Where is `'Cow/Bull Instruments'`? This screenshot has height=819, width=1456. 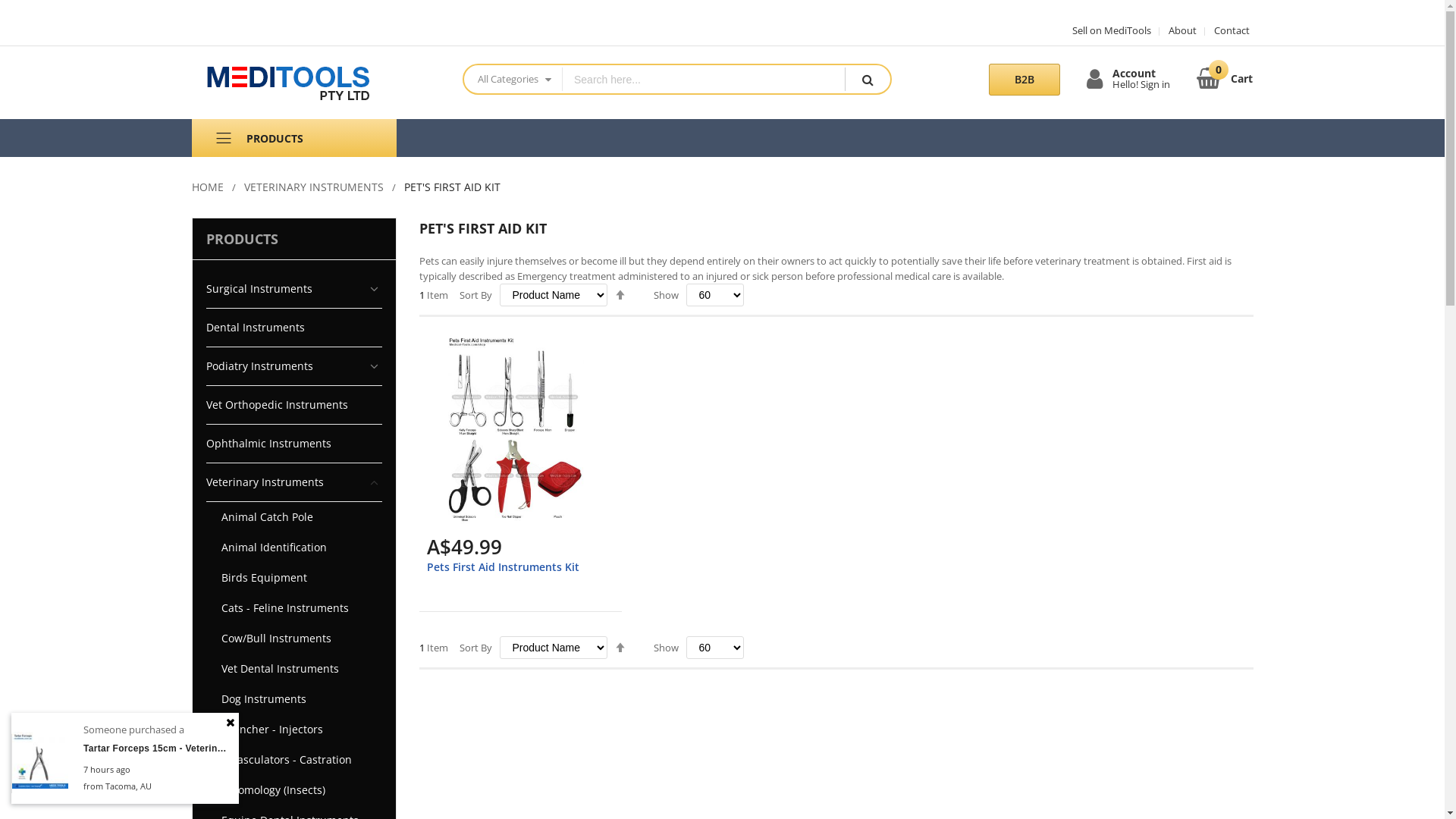 'Cow/Bull Instruments' is located at coordinates (294, 638).